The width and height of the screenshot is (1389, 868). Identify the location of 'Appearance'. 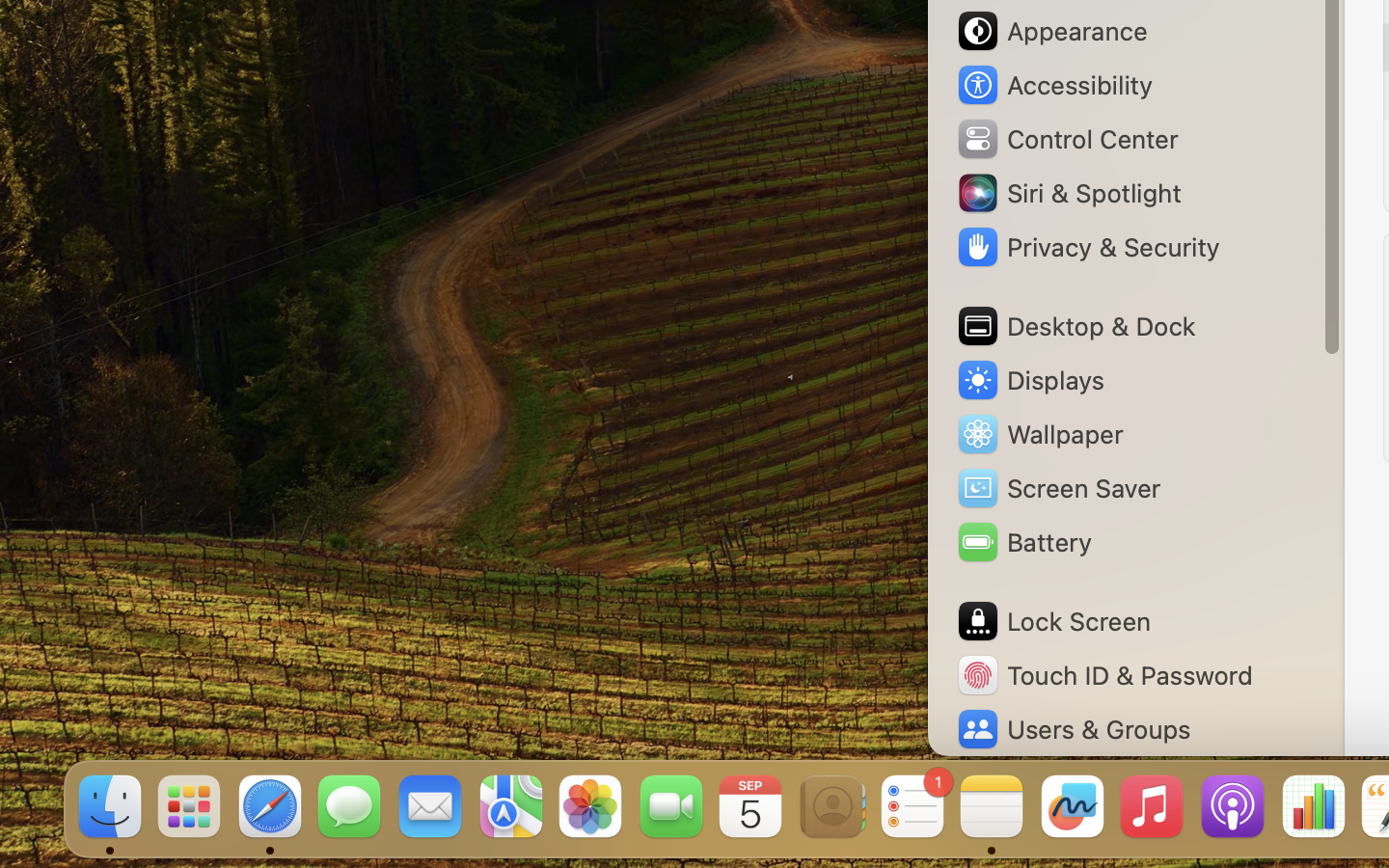
(1049, 30).